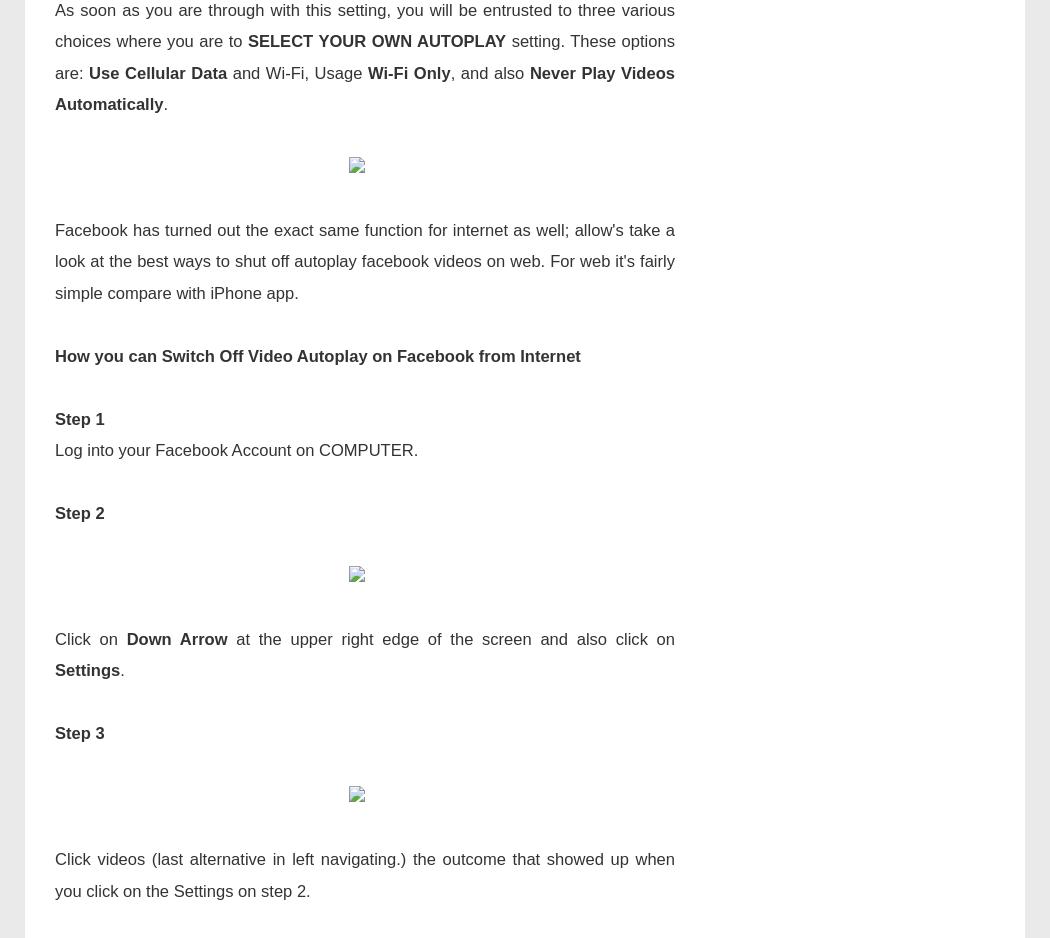 The height and width of the screenshot is (938, 1050). Describe the element at coordinates (54, 88) in the screenshot. I see `'Never Play Videos Automatically'` at that location.